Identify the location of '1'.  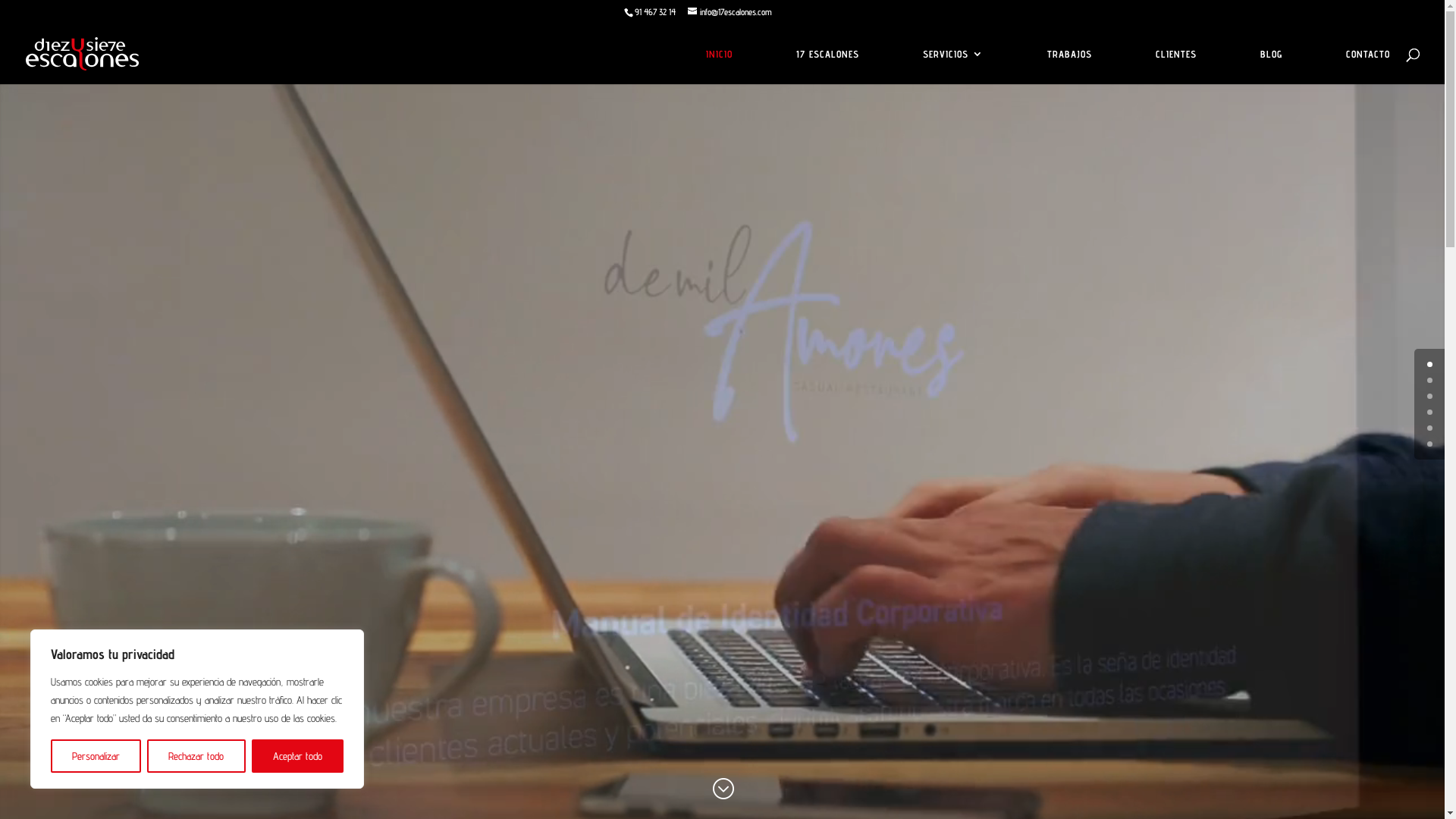
(1426, 379).